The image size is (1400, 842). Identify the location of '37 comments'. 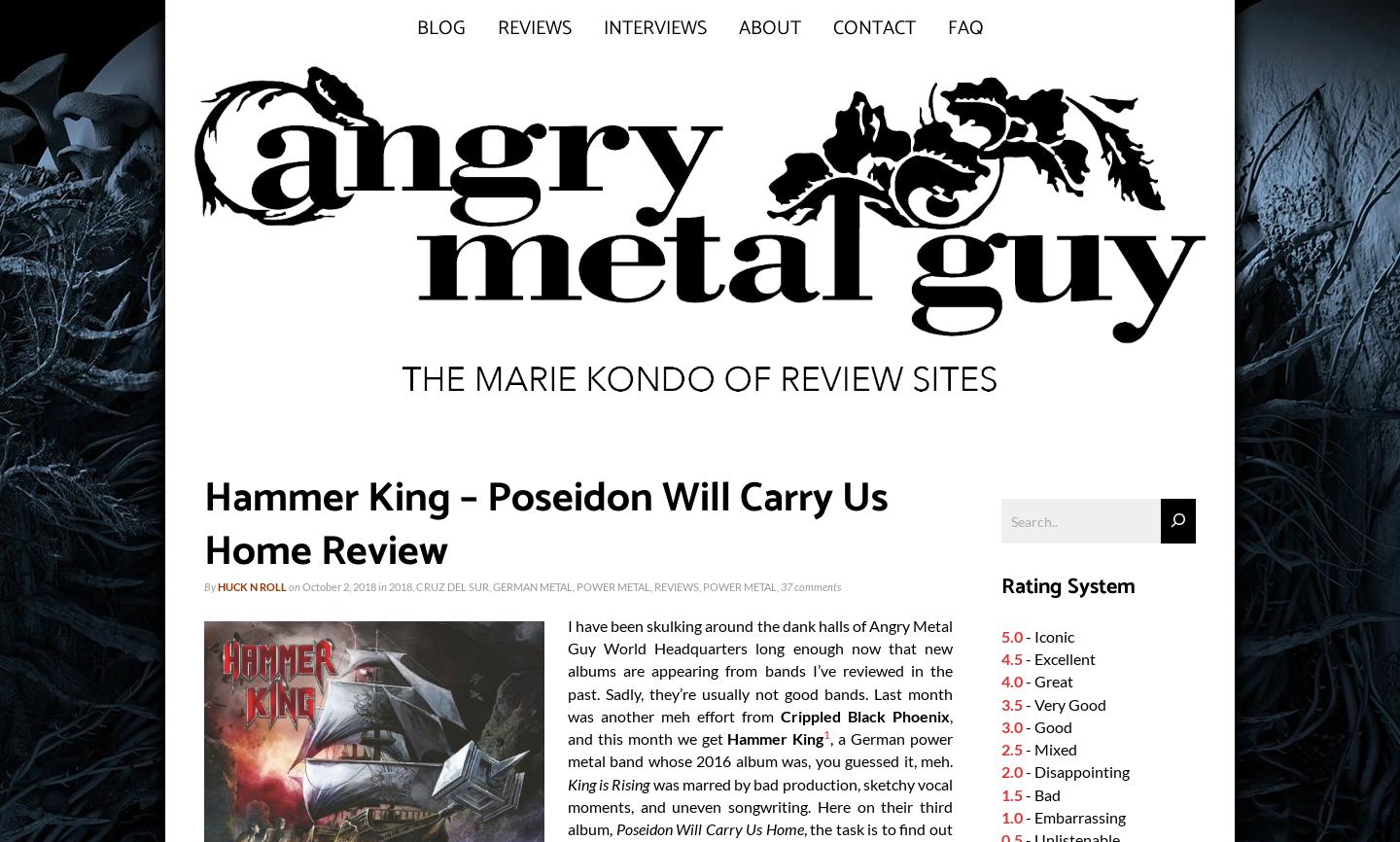
(811, 586).